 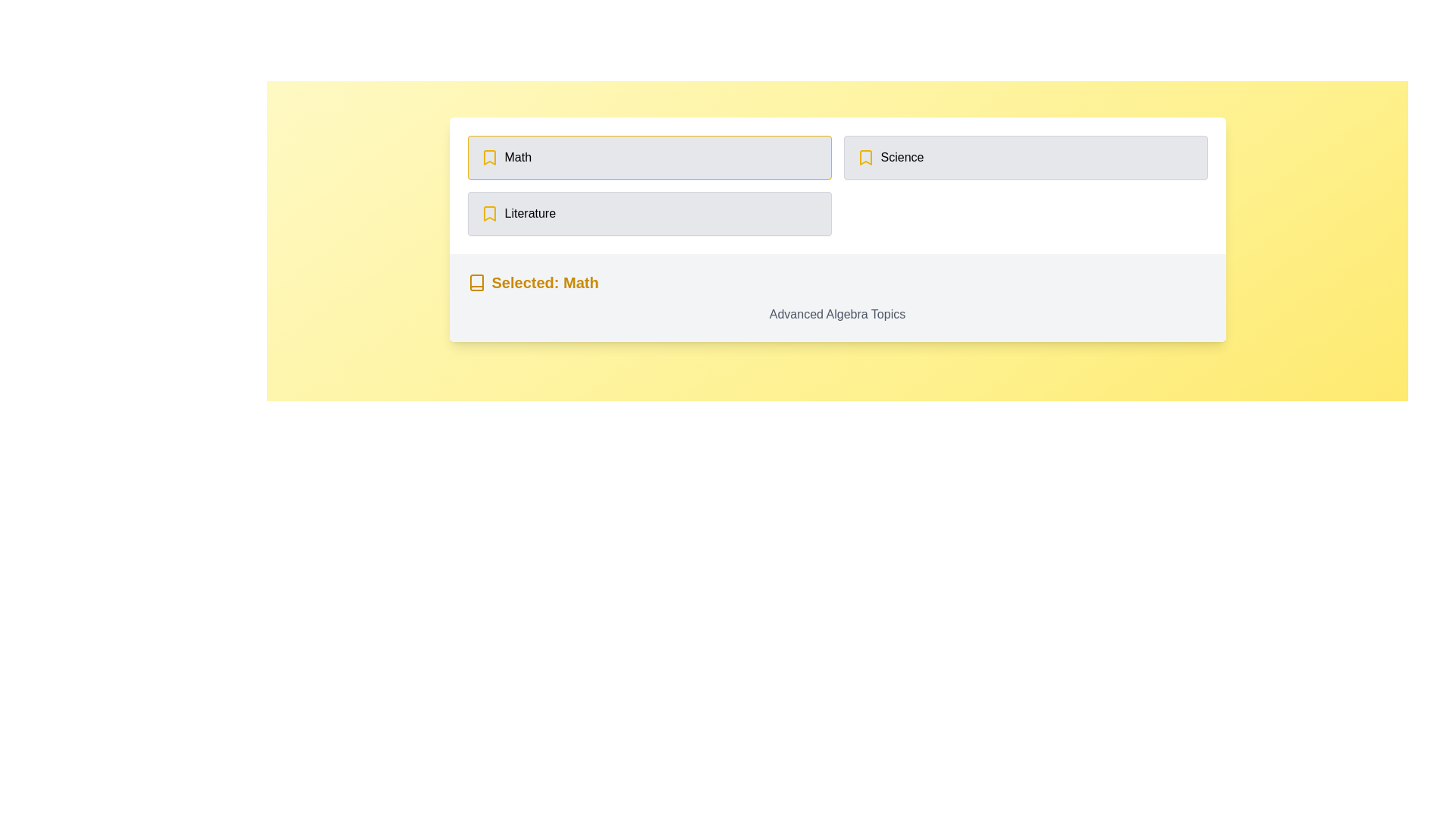 What do you see at coordinates (1025, 158) in the screenshot?
I see `the 'Science' category card in the second column of a grid layout` at bounding box center [1025, 158].